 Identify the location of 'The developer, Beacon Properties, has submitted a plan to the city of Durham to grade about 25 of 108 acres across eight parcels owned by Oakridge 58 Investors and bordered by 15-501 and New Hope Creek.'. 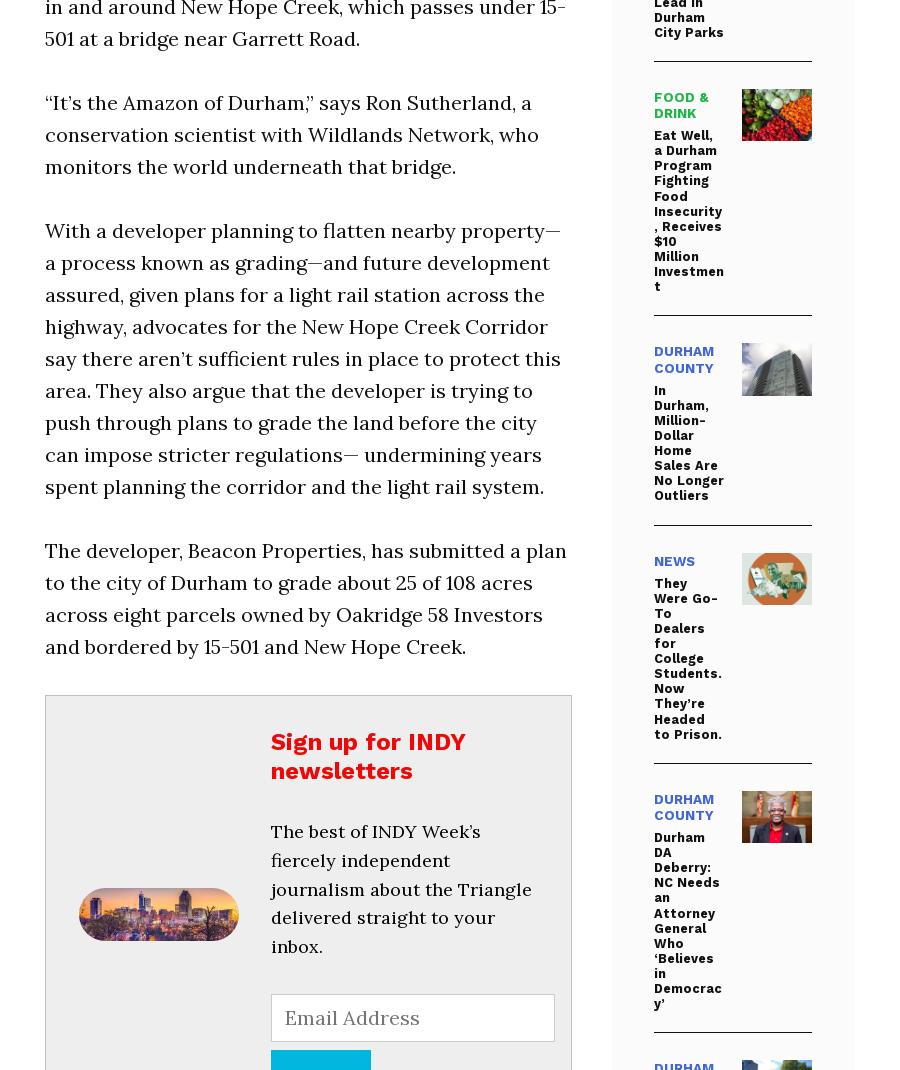
(305, 596).